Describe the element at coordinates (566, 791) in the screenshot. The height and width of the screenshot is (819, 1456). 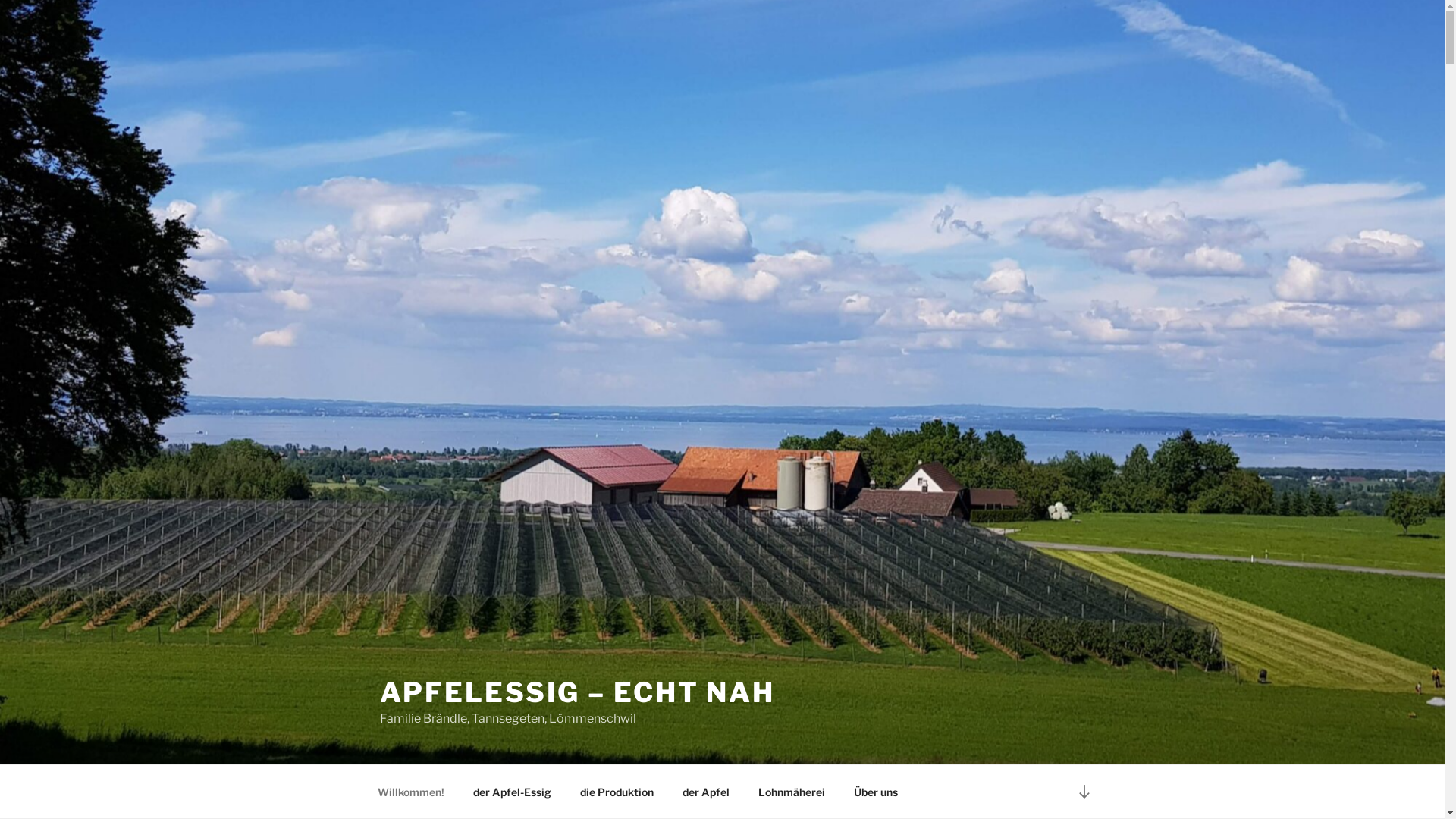
I see `'die Produktion'` at that location.